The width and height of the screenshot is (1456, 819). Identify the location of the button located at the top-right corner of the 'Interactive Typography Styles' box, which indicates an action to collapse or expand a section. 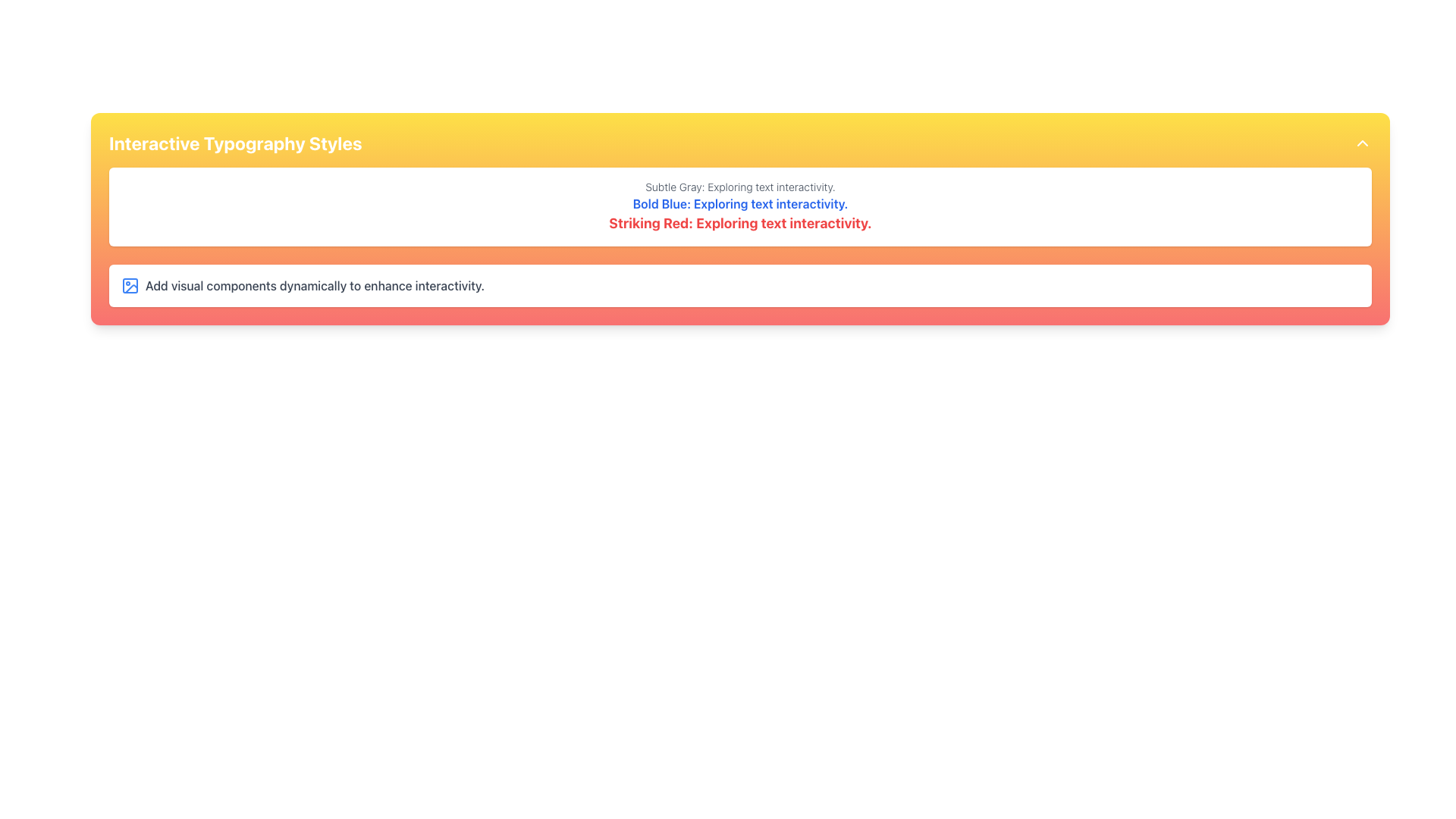
(1362, 143).